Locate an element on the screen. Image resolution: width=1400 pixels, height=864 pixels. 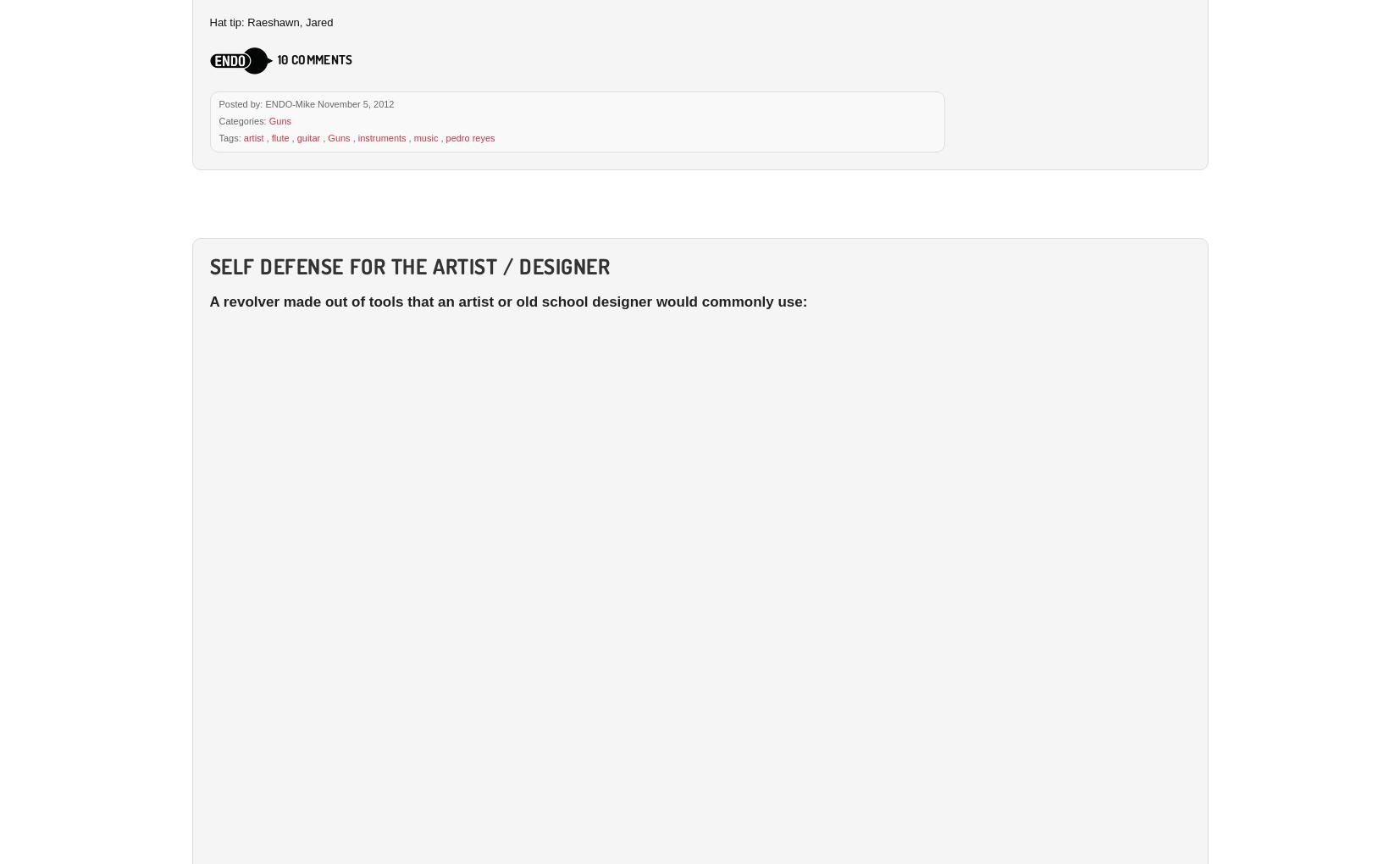
'guitar' is located at coordinates (307, 136).